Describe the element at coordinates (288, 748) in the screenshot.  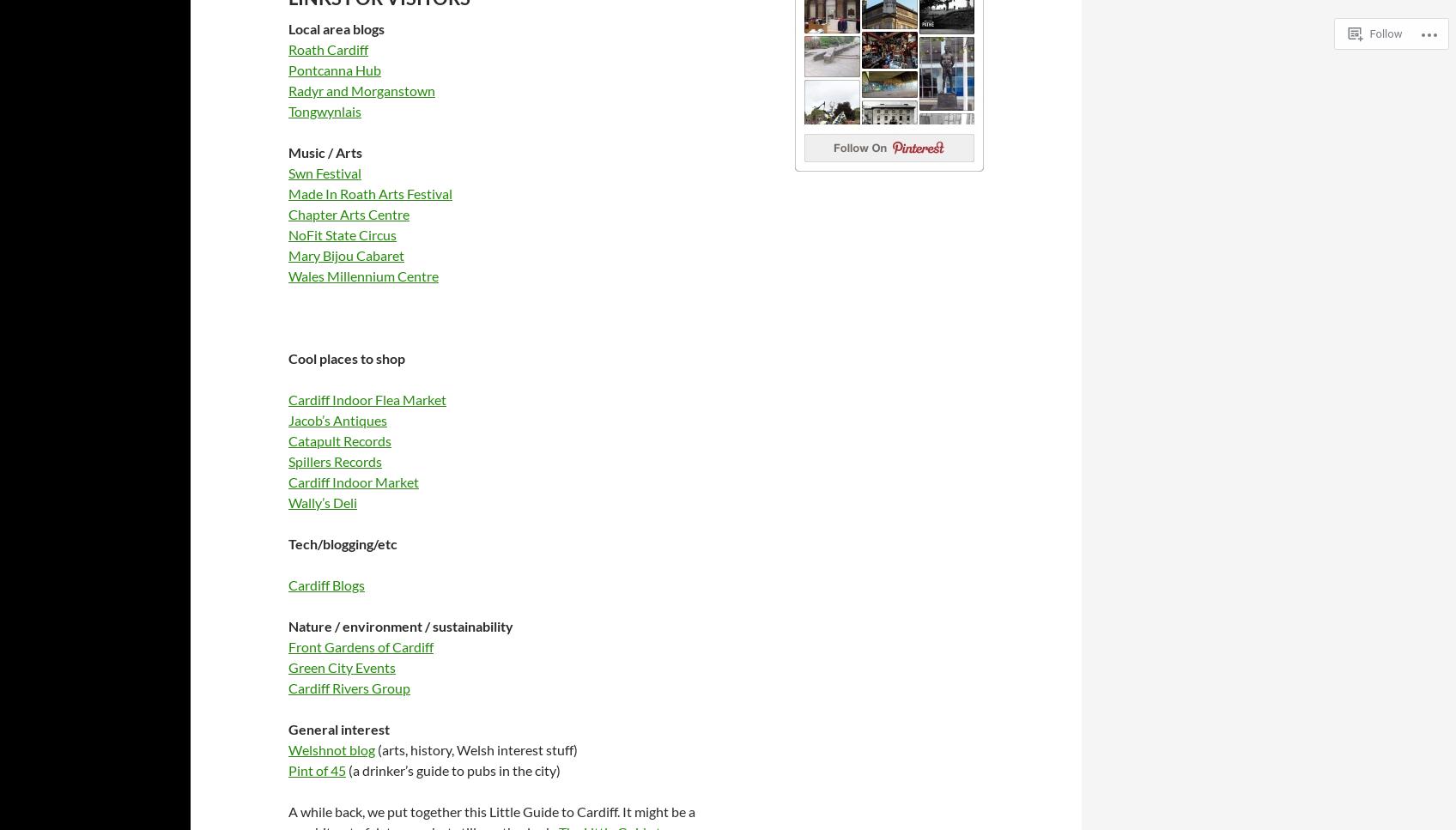
I see `'Welshnot blog'` at that location.